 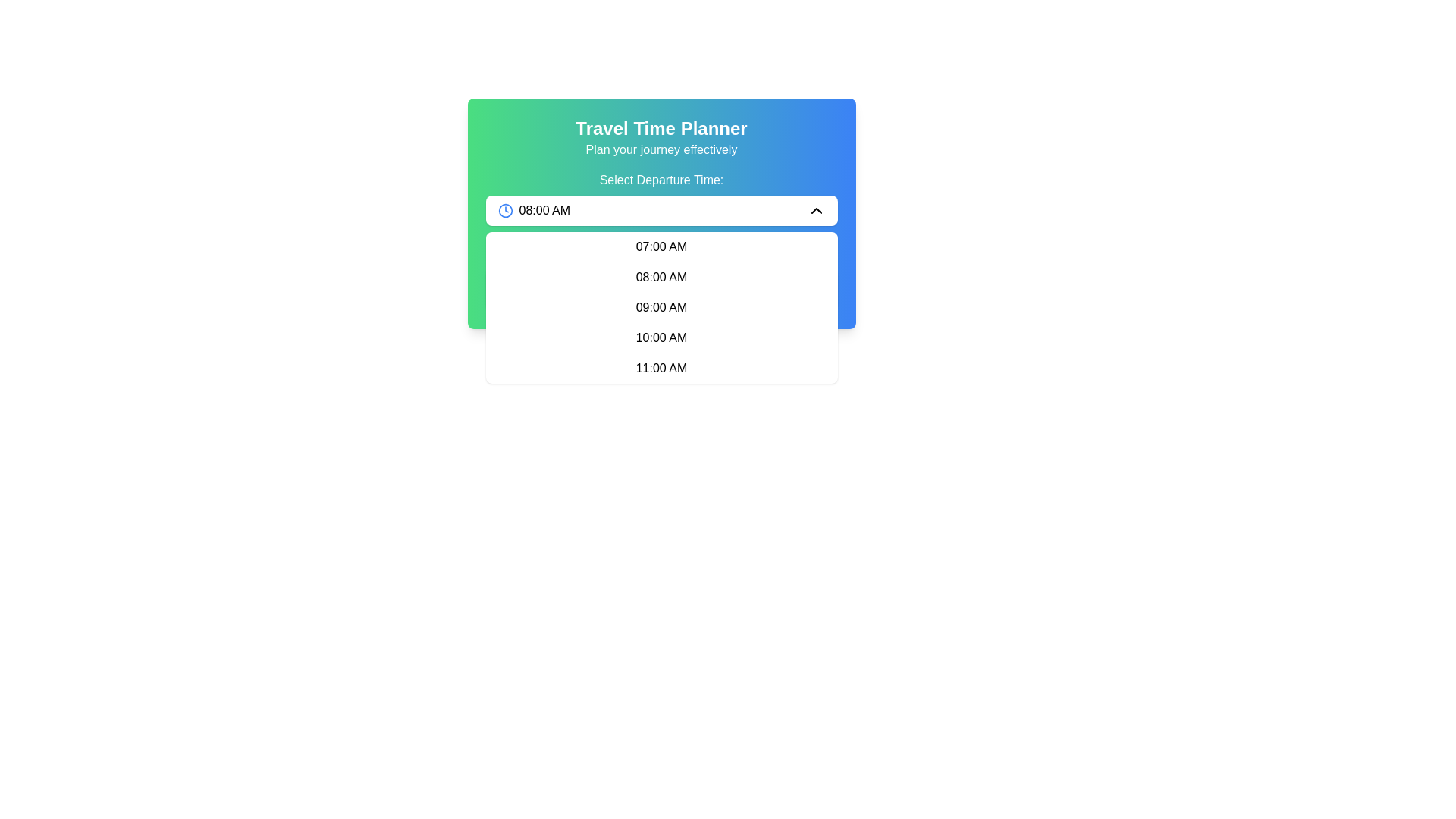 I want to click on the dropdown menu item displaying '11:00 AM', so click(x=661, y=369).